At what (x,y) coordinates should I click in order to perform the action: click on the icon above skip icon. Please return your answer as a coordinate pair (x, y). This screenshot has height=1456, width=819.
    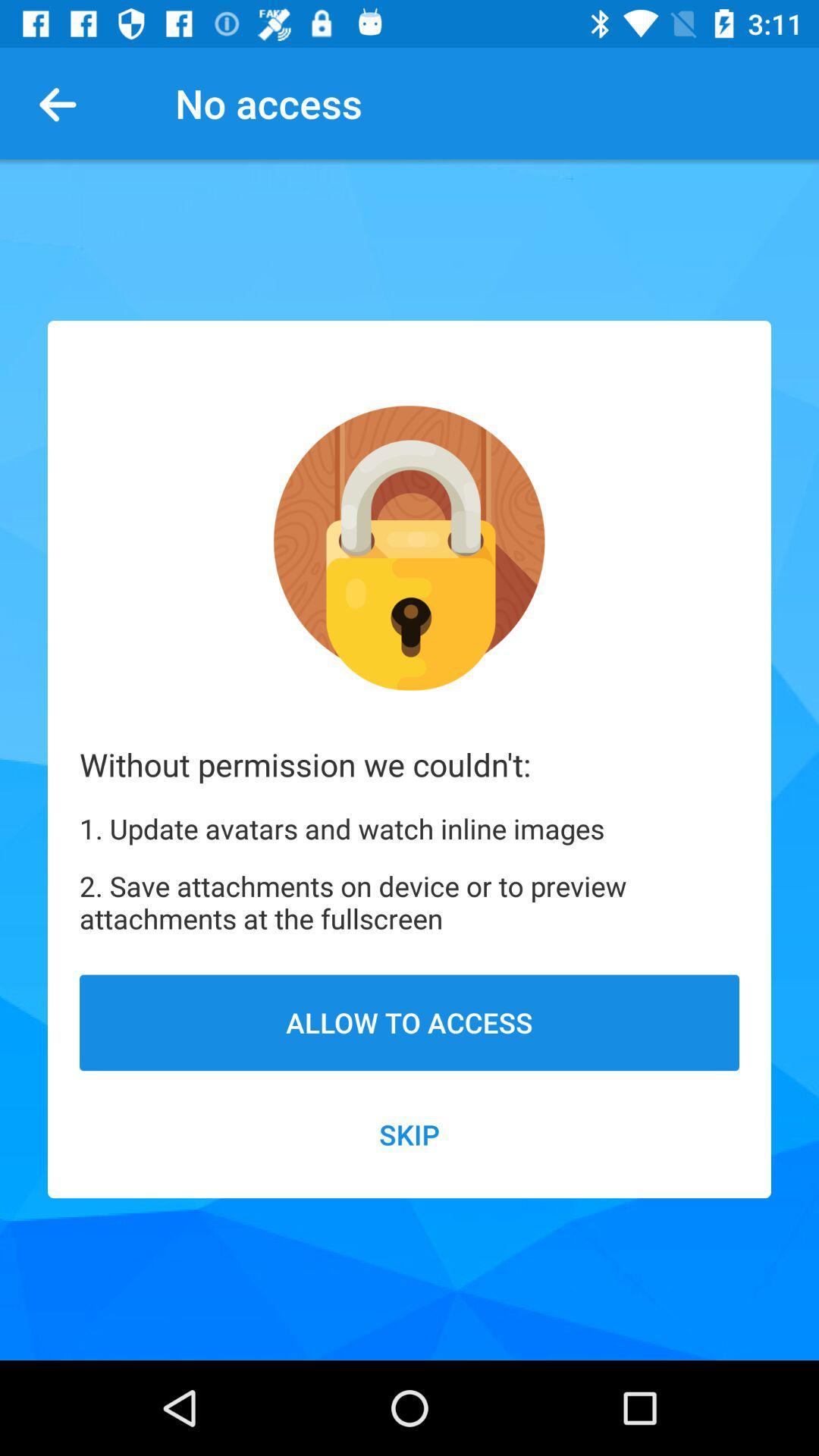
    Looking at the image, I should click on (409, 1022).